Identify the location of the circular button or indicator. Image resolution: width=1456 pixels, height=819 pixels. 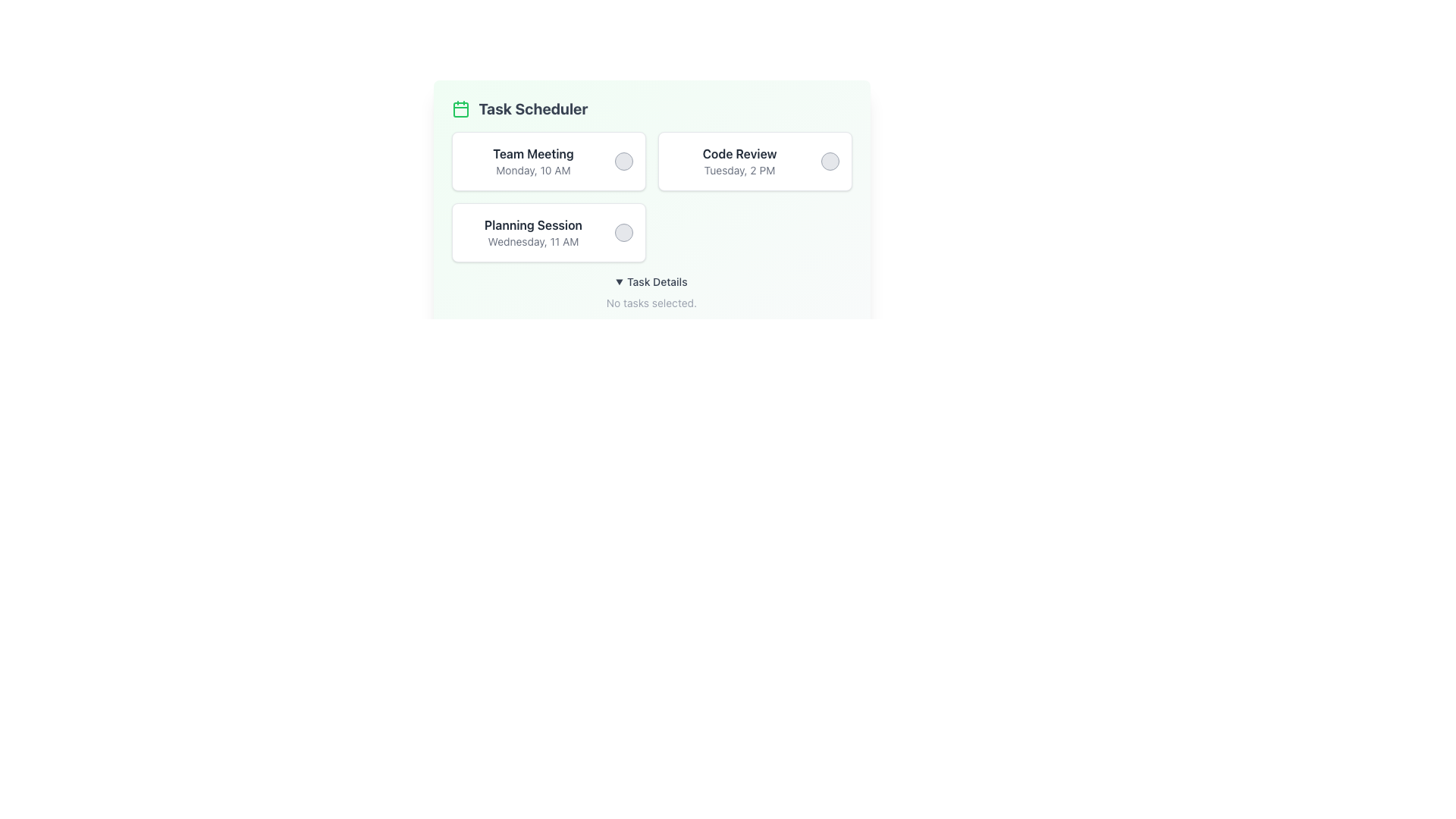
(623, 161).